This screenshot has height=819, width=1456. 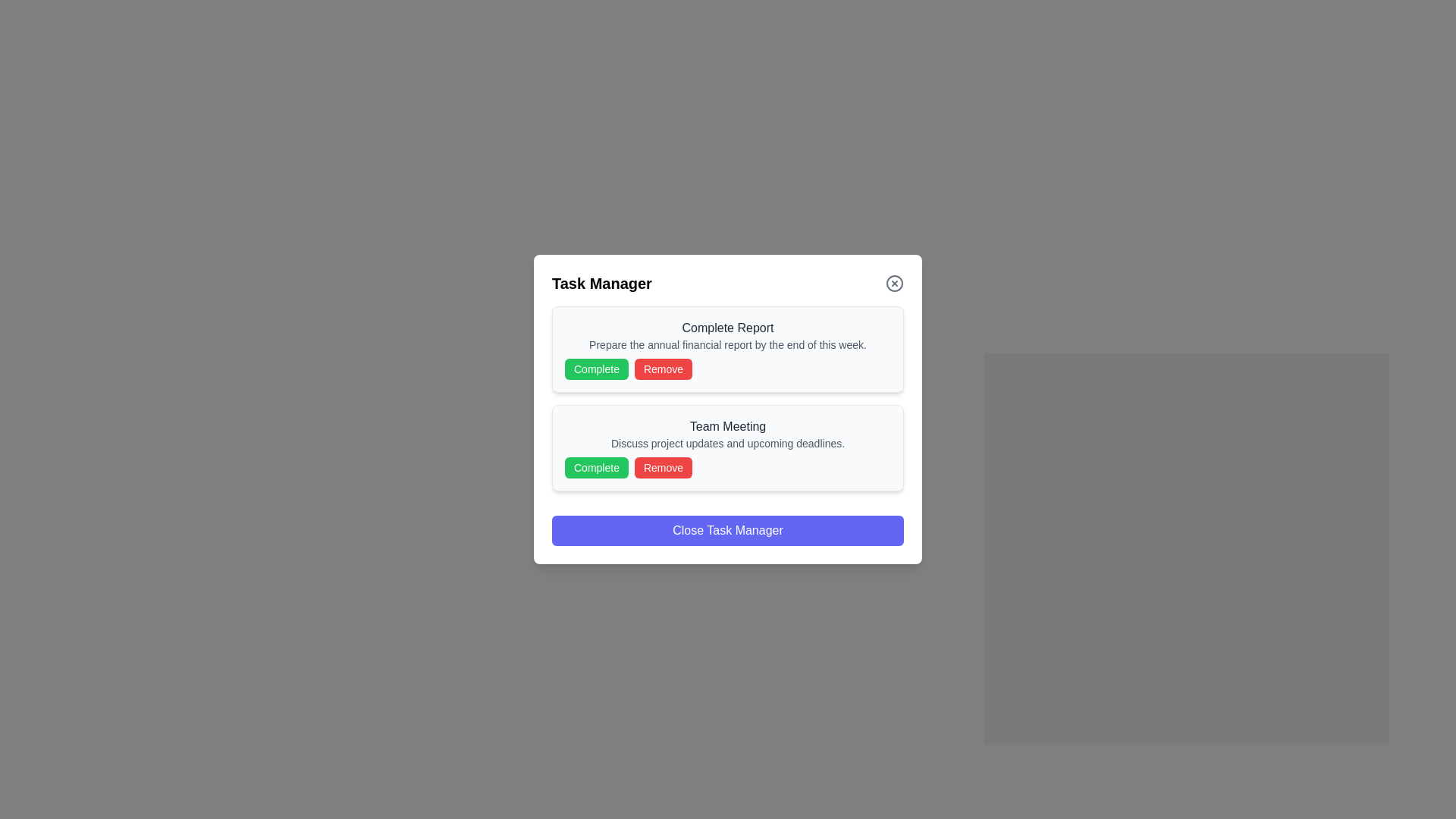 I want to click on the small rectangular button with a vibrant red background and white text labeled 'Remove', located below the 'Task Manager' heading and to the right of the 'Complete' button, so click(x=663, y=369).